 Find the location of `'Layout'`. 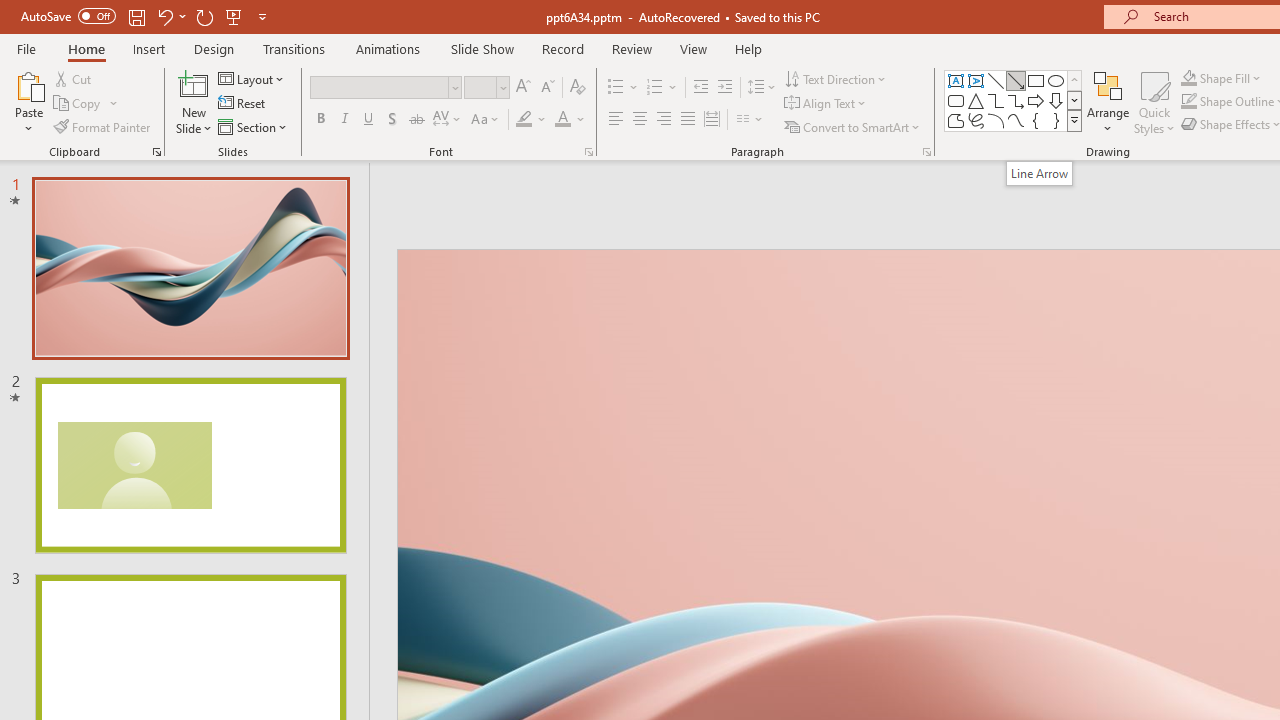

'Layout' is located at coordinates (251, 78).